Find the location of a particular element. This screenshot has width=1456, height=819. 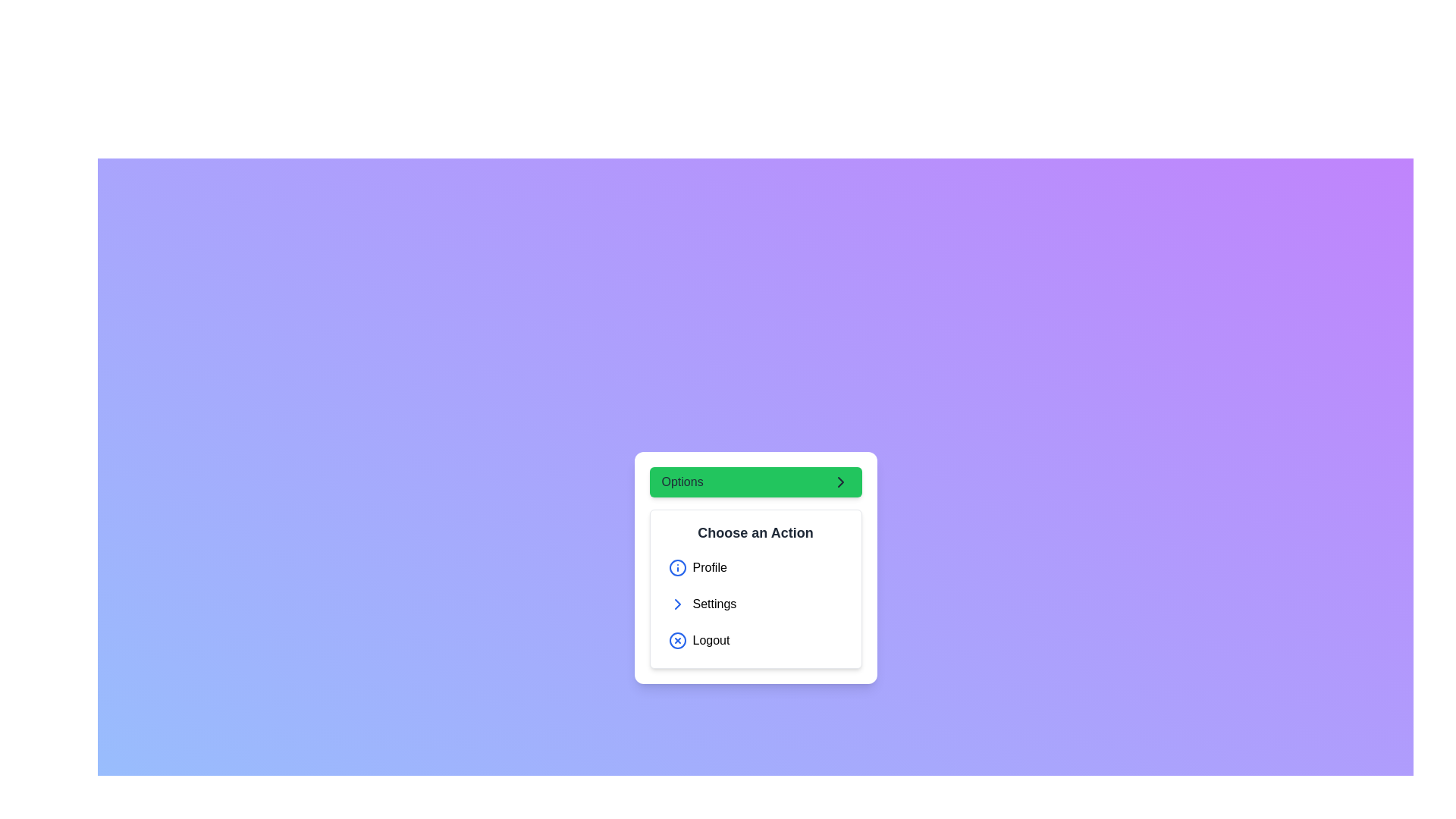

the 'Logout' button, which is the last item in a vertical list of buttons is located at coordinates (755, 640).